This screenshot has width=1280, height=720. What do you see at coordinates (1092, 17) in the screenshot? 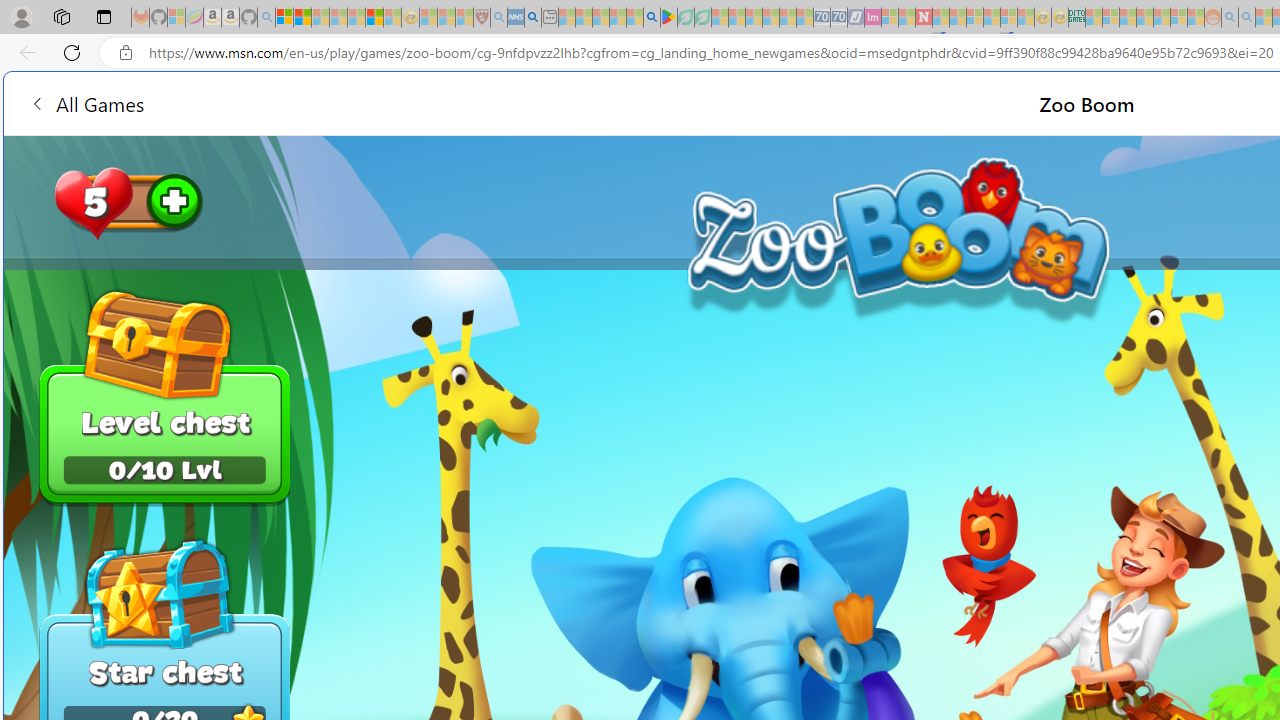
I see `'MSNBC - MSN - Sleeping'` at bounding box center [1092, 17].